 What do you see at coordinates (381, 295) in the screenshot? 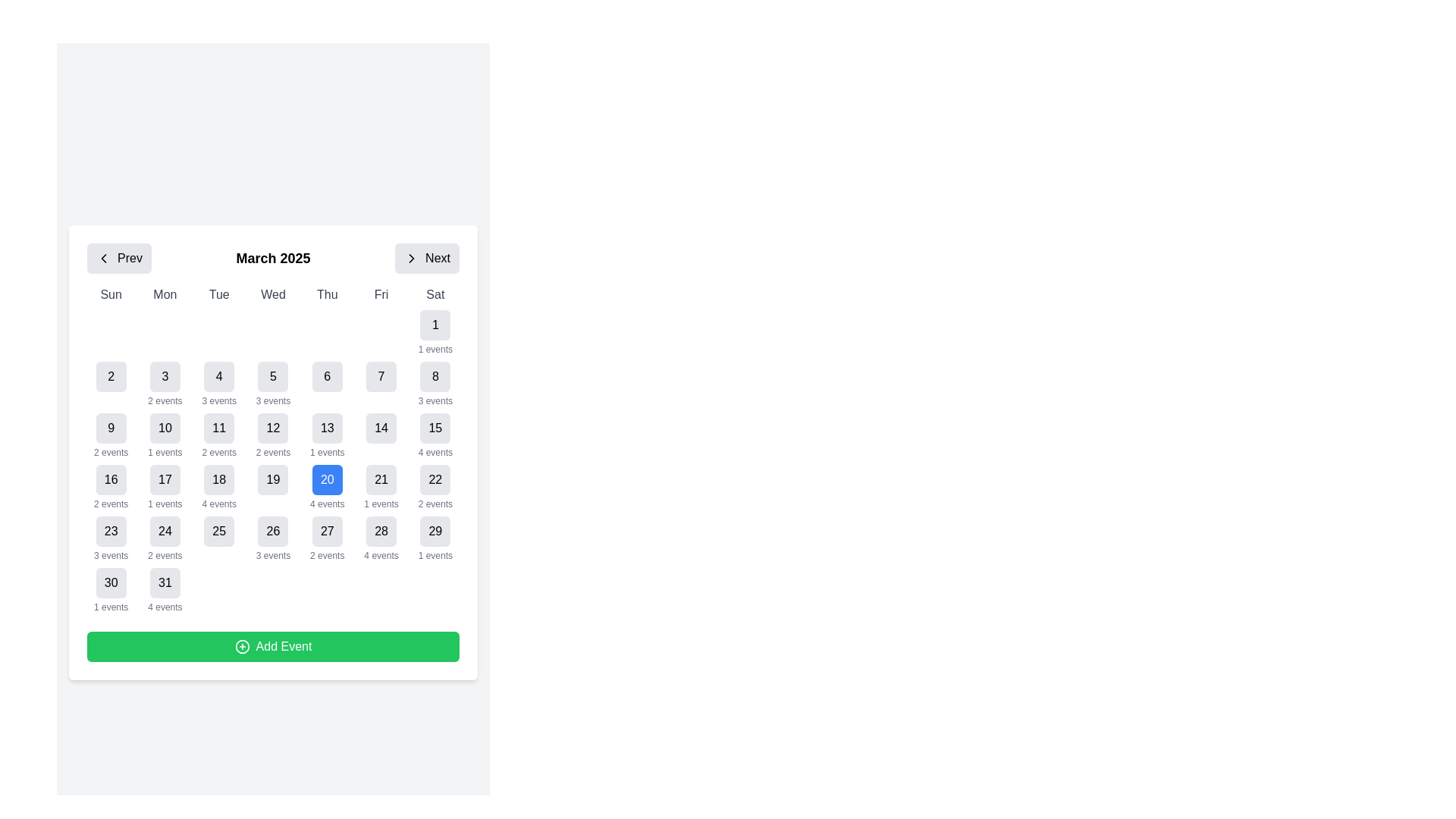
I see `the text label displaying 'Fri', which is part of a row of day labels and positioned between 'Thu' and 'Sat'` at bounding box center [381, 295].